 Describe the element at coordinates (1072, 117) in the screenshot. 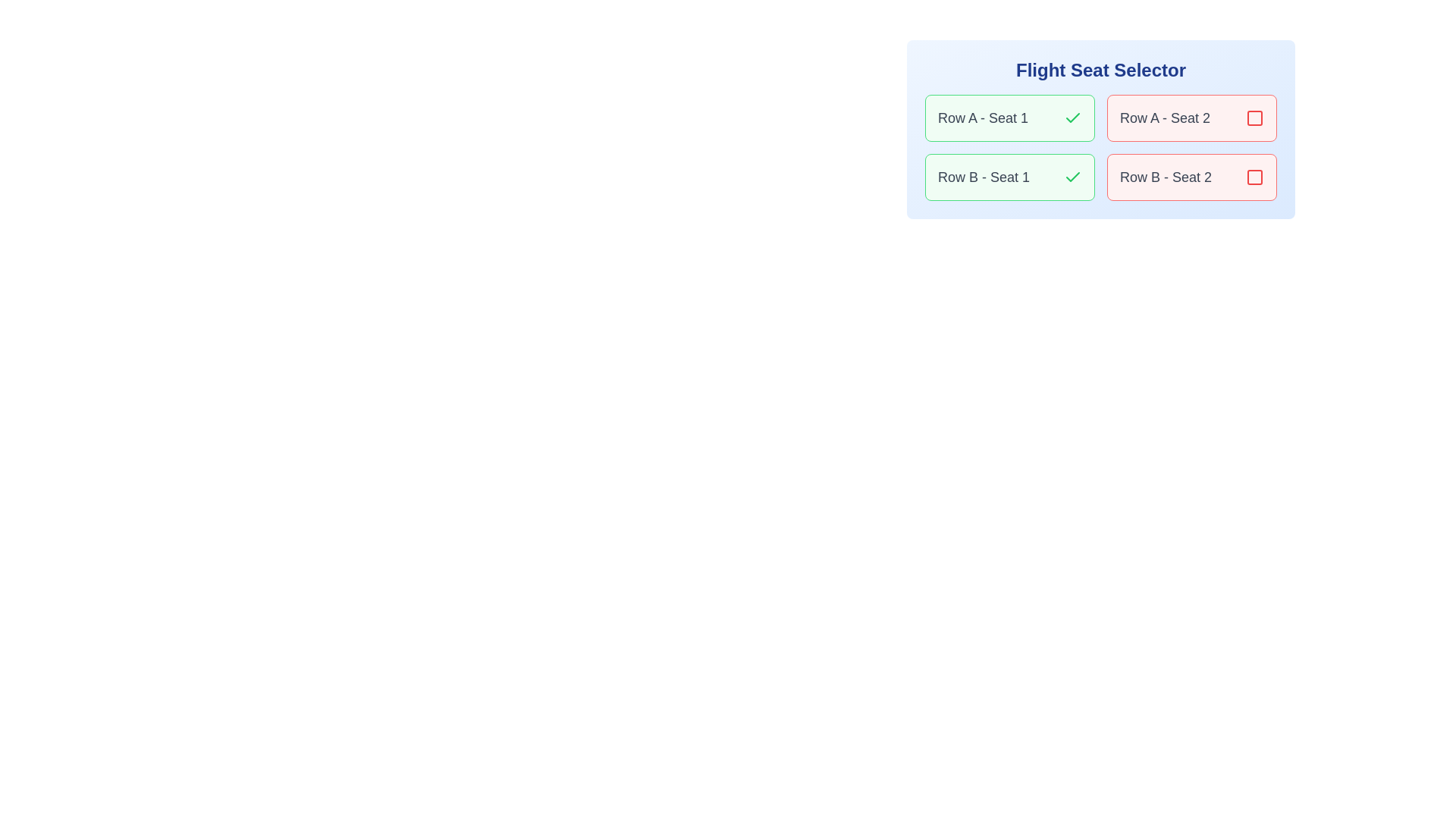

I see `the visual confirmation icon for 'Row A - Seat 1'` at that location.